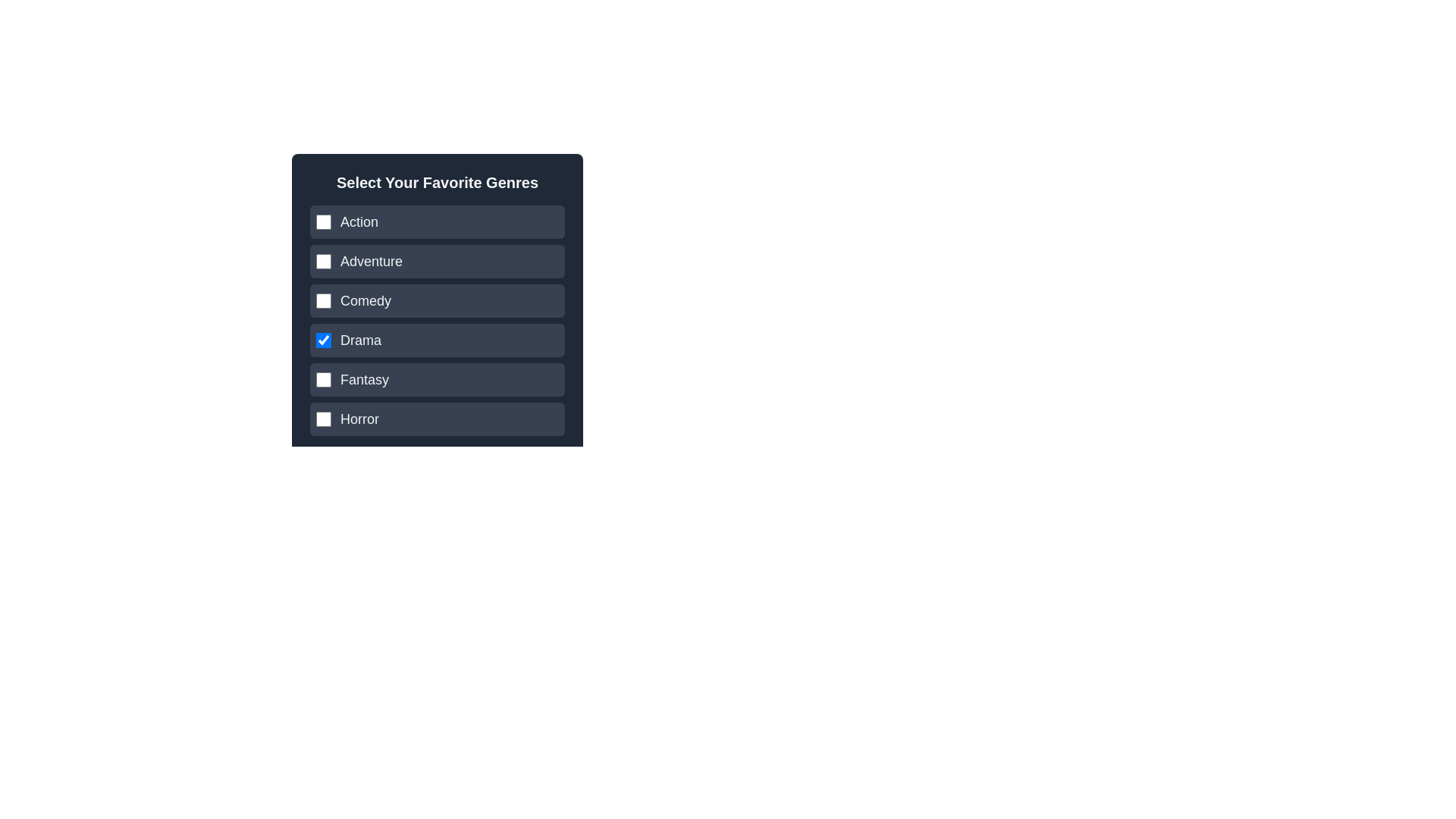 This screenshot has height=819, width=1456. I want to click on the checkbox, so click(323, 419).